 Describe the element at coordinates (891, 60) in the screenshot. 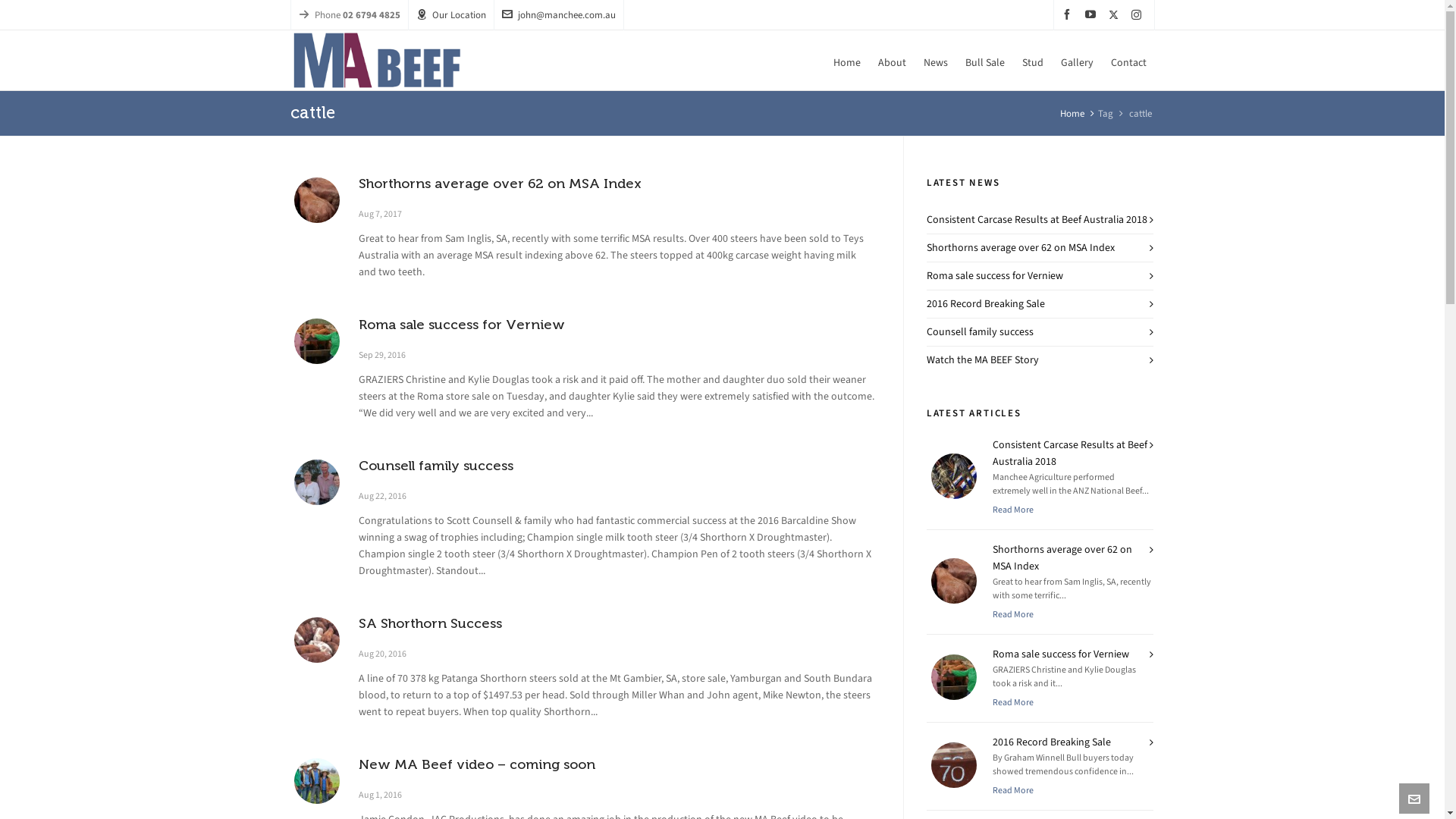

I see `'About'` at that location.